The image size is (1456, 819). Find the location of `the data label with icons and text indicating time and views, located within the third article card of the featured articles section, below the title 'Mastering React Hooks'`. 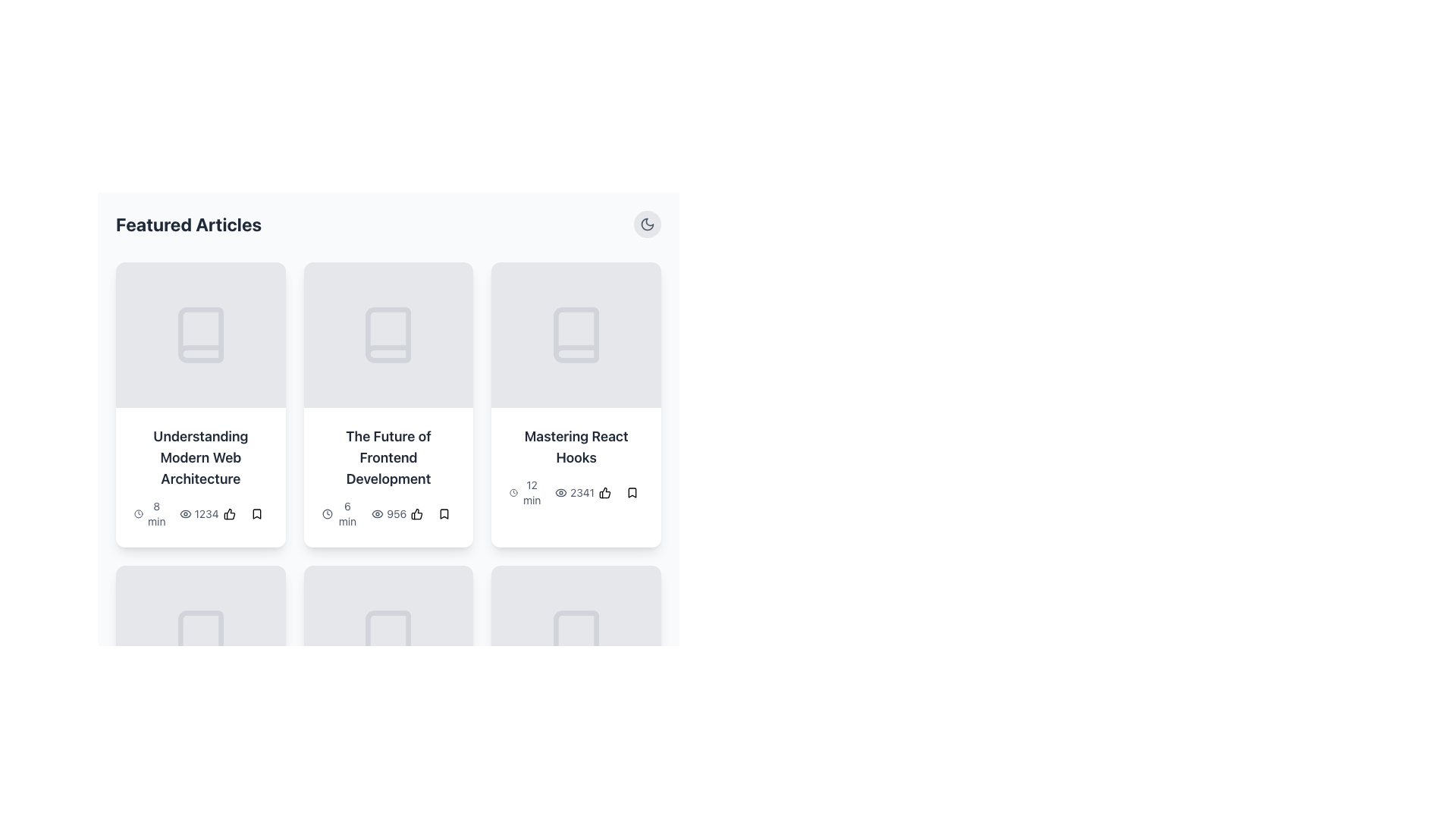

the data label with icons and text indicating time and views, located within the third article card of the featured articles section, below the title 'Mastering React Hooks' is located at coordinates (551, 493).